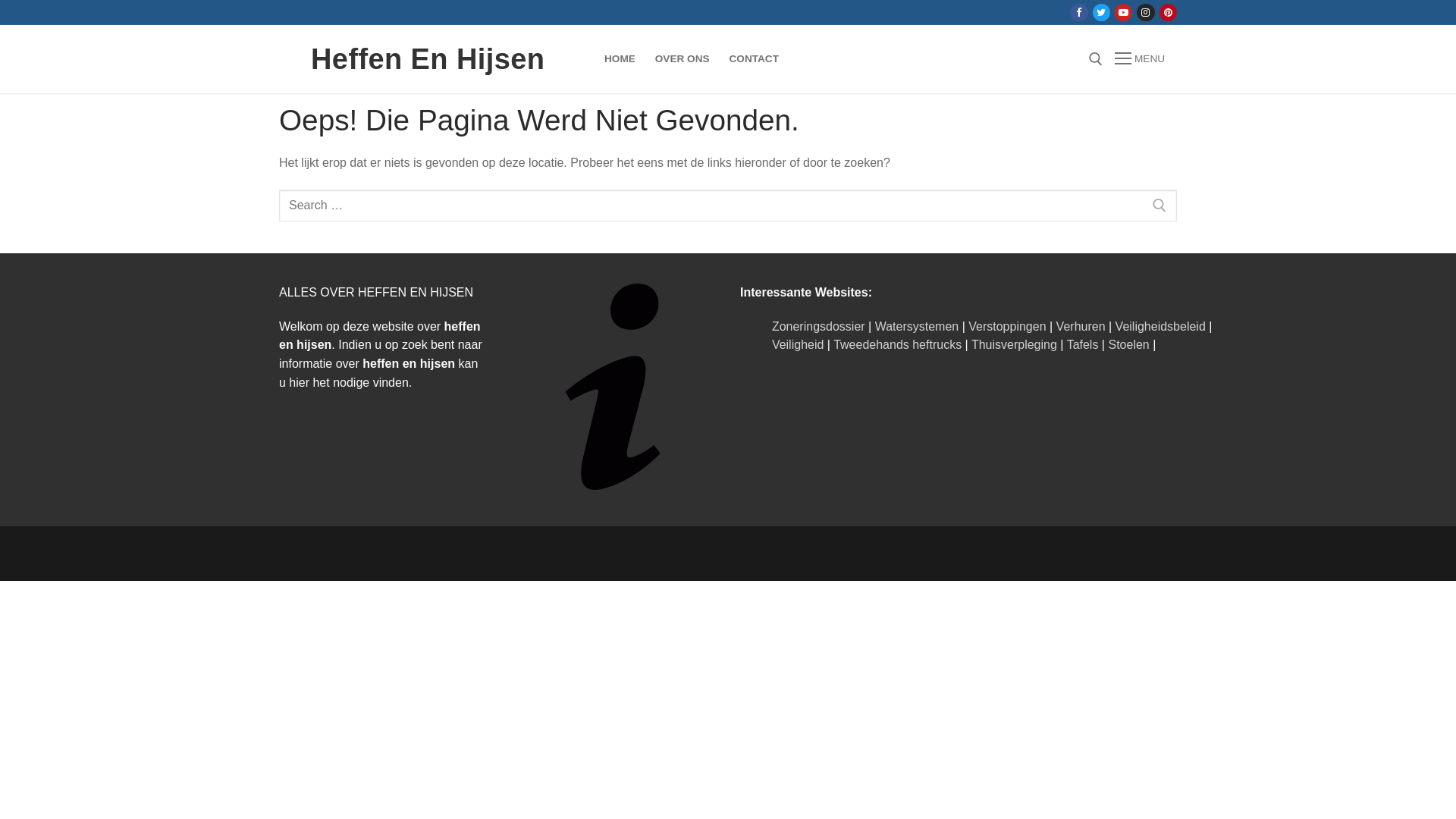  Describe the element at coordinates (1014, 344) in the screenshot. I see `'Thuisverpleging'` at that location.